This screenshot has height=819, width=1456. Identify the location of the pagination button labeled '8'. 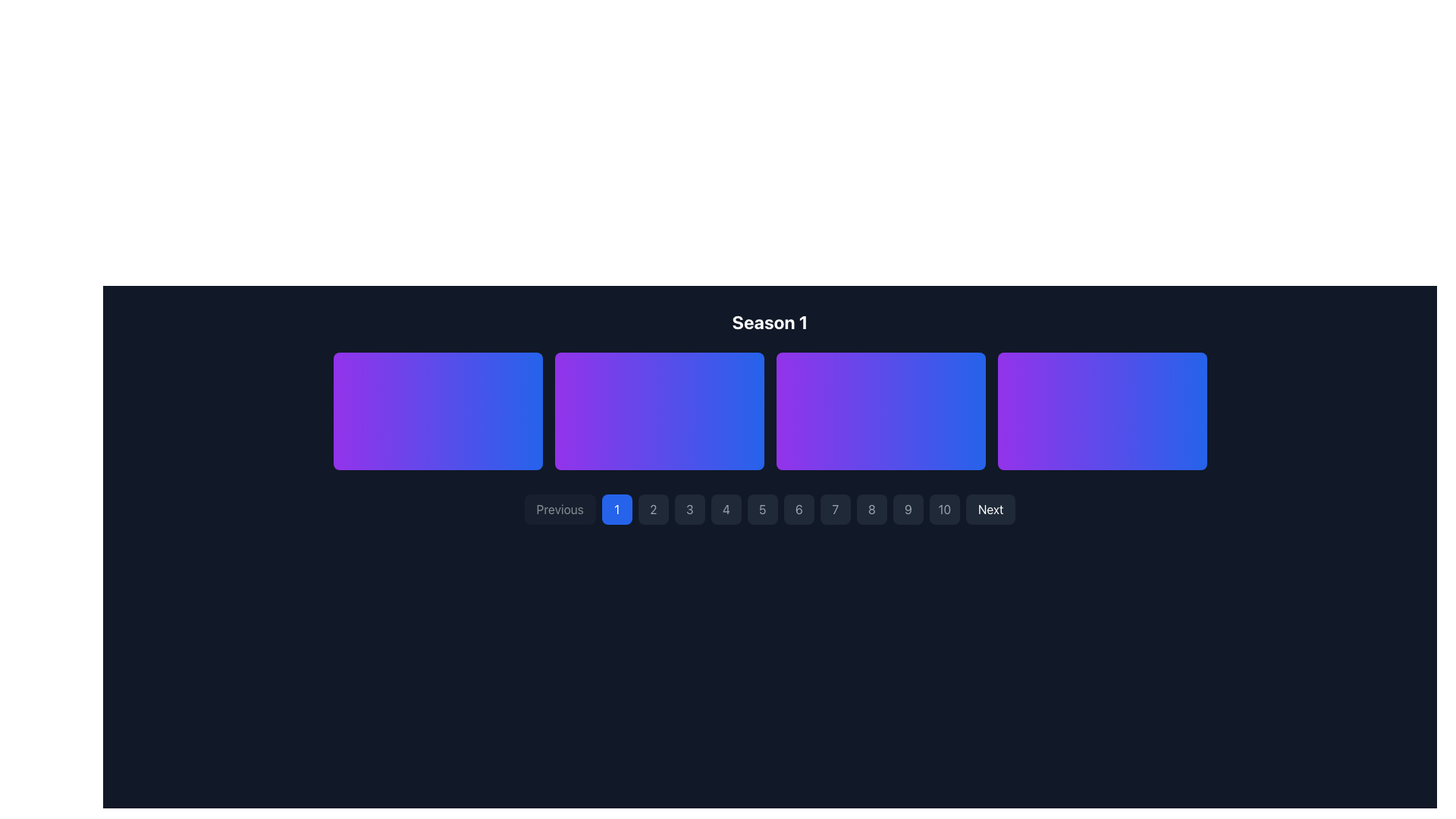
(871, 510).